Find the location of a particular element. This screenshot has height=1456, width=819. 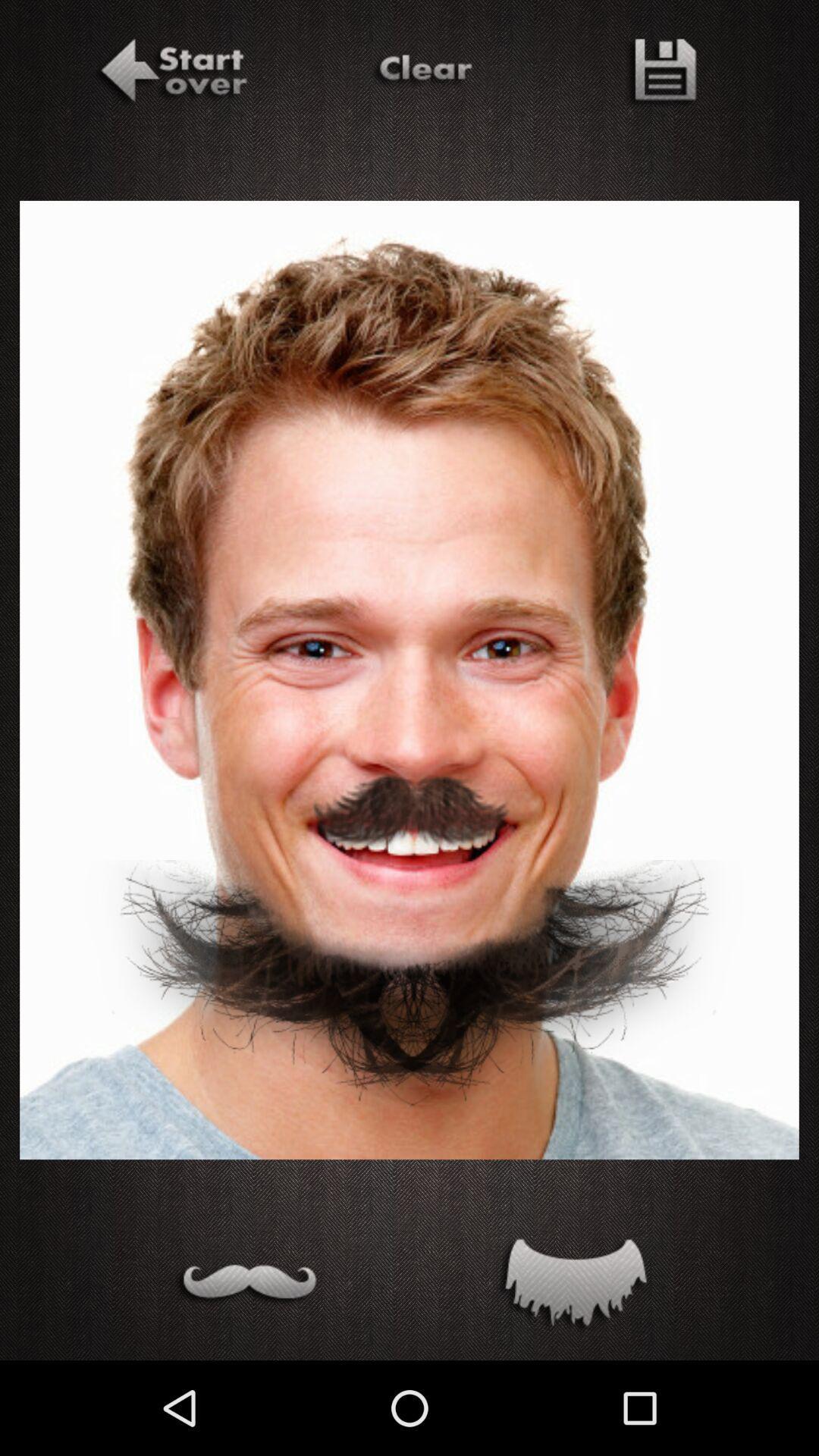

mustache is located at coordinates (245, 1285).